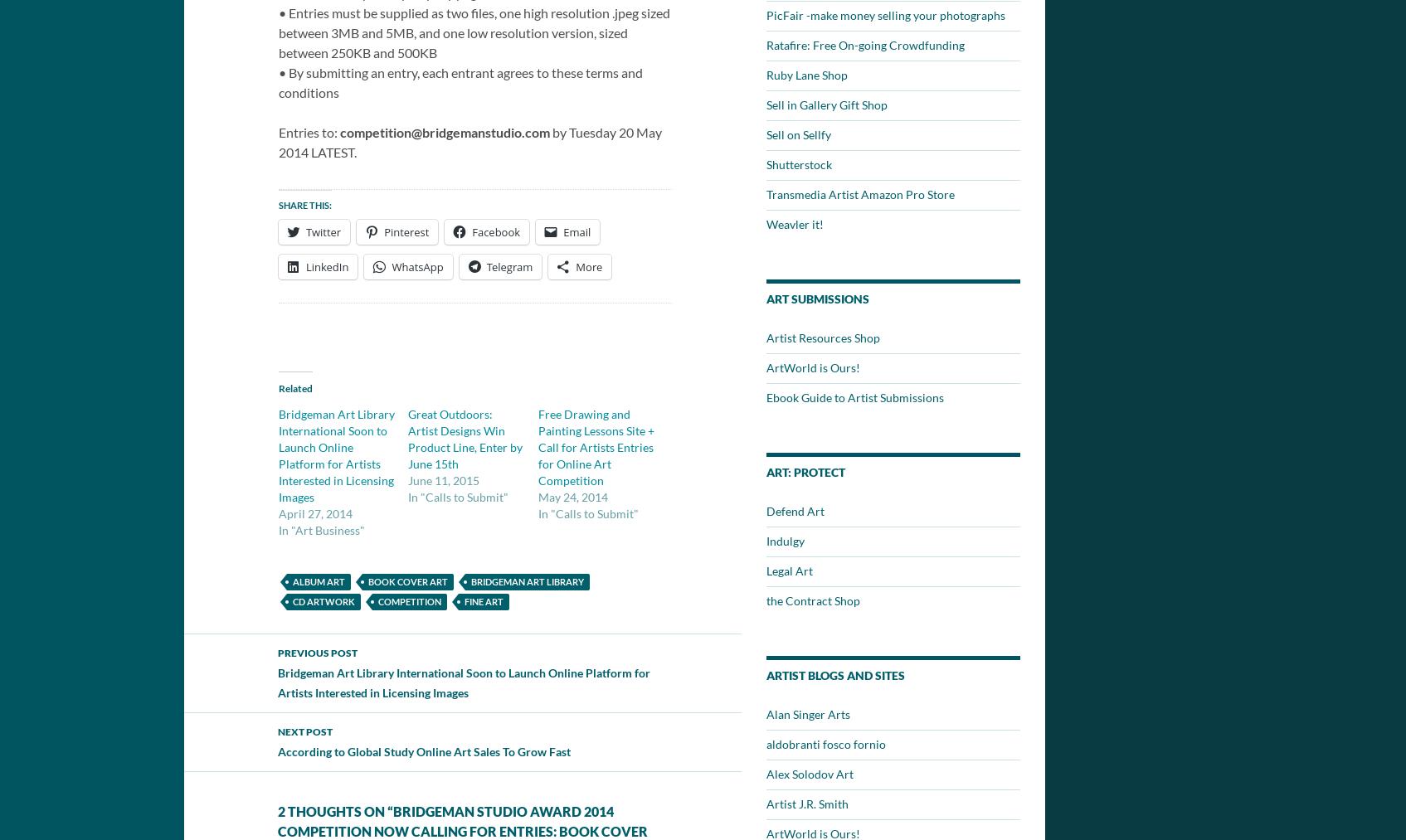 The width and height of the screenshot is (1406, 840). What do you see at coordinates (766, 337) in the screenshot?
I see `'Artist Resources Shop'` at bounding box center [766, 337].